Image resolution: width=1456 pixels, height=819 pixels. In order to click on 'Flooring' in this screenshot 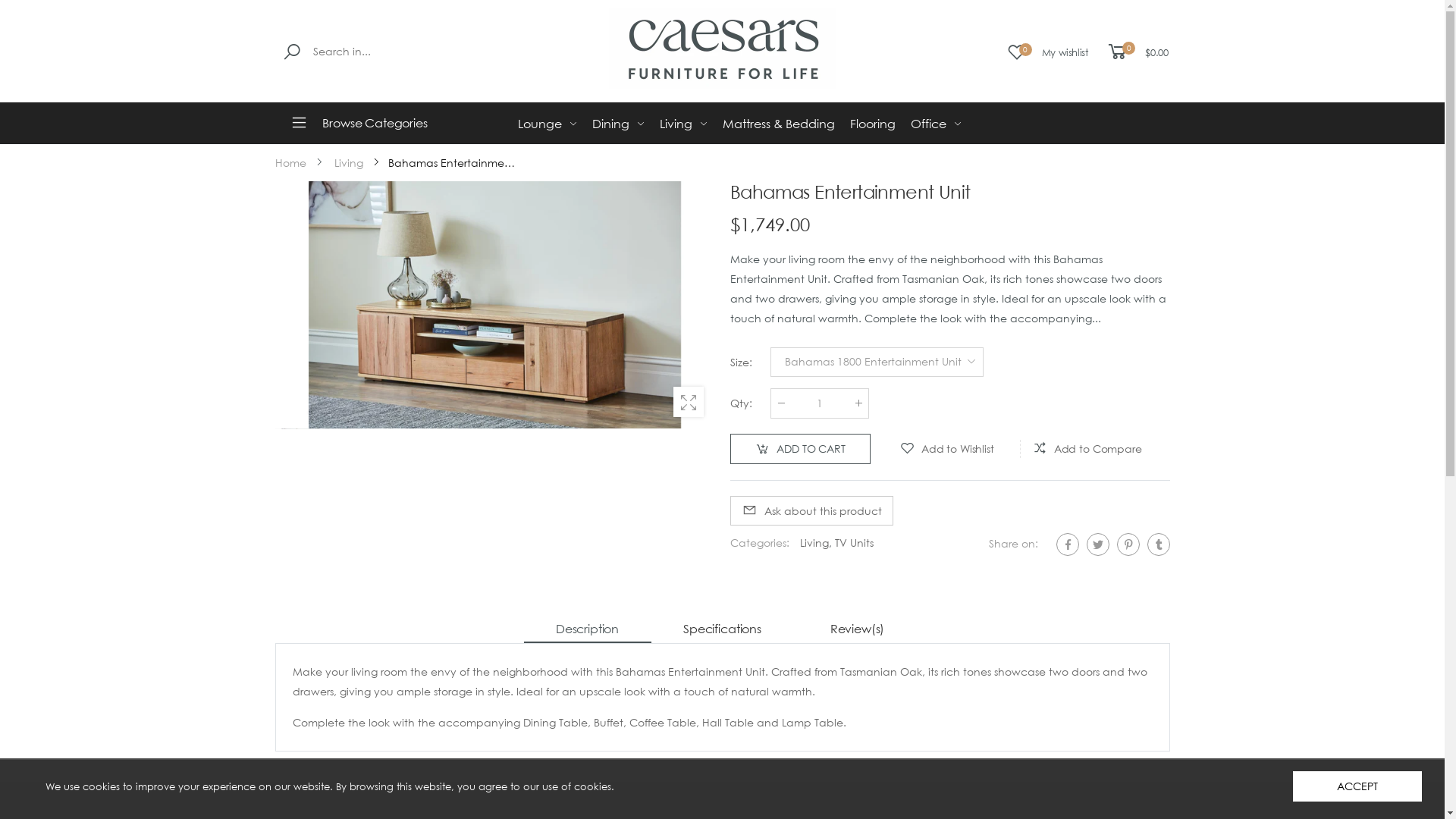, I will do `click(848, 122)`.